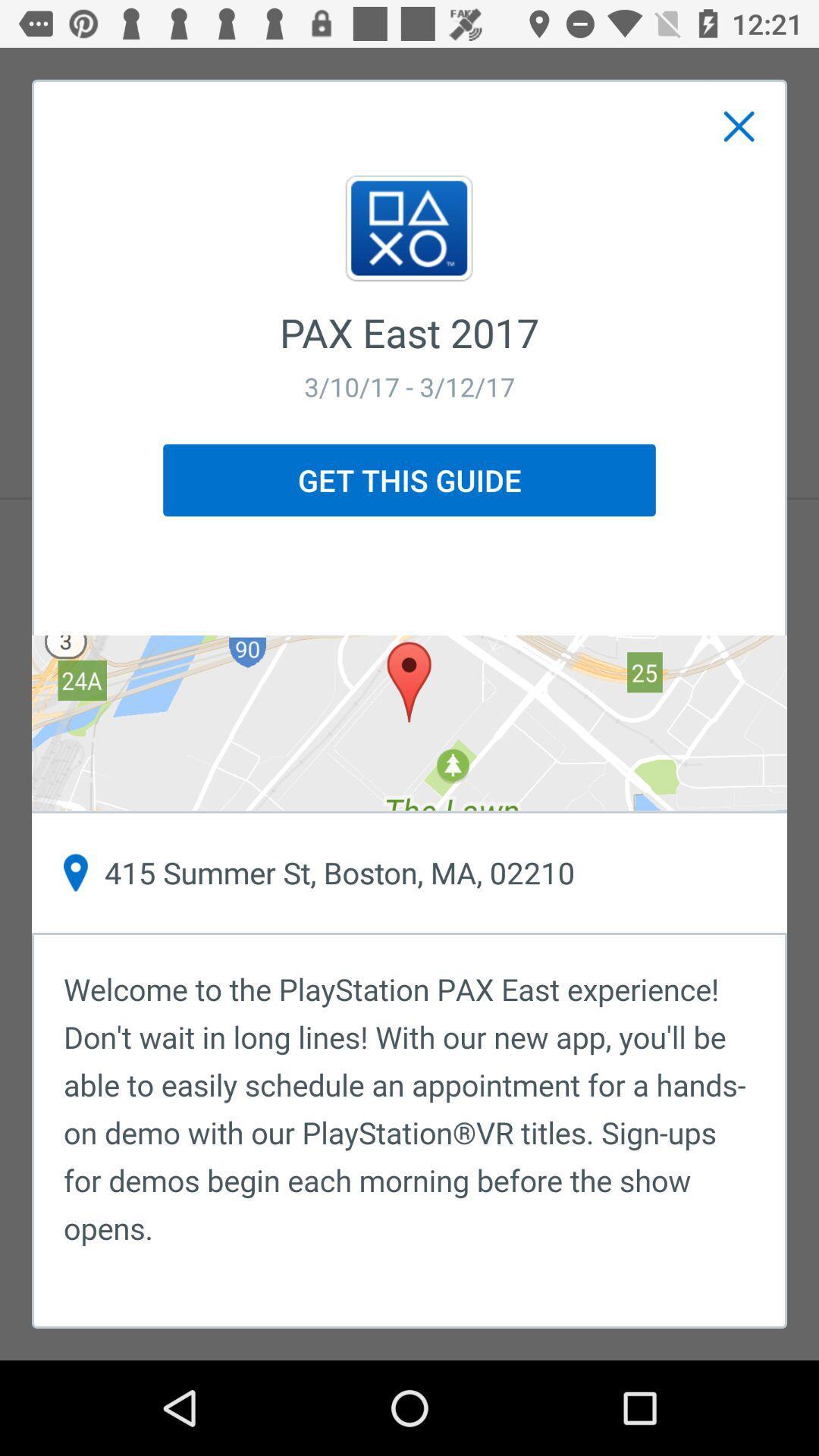  Describe the element at coordinates (409, 479) in the screenshot. I see `get this guide` at that location.